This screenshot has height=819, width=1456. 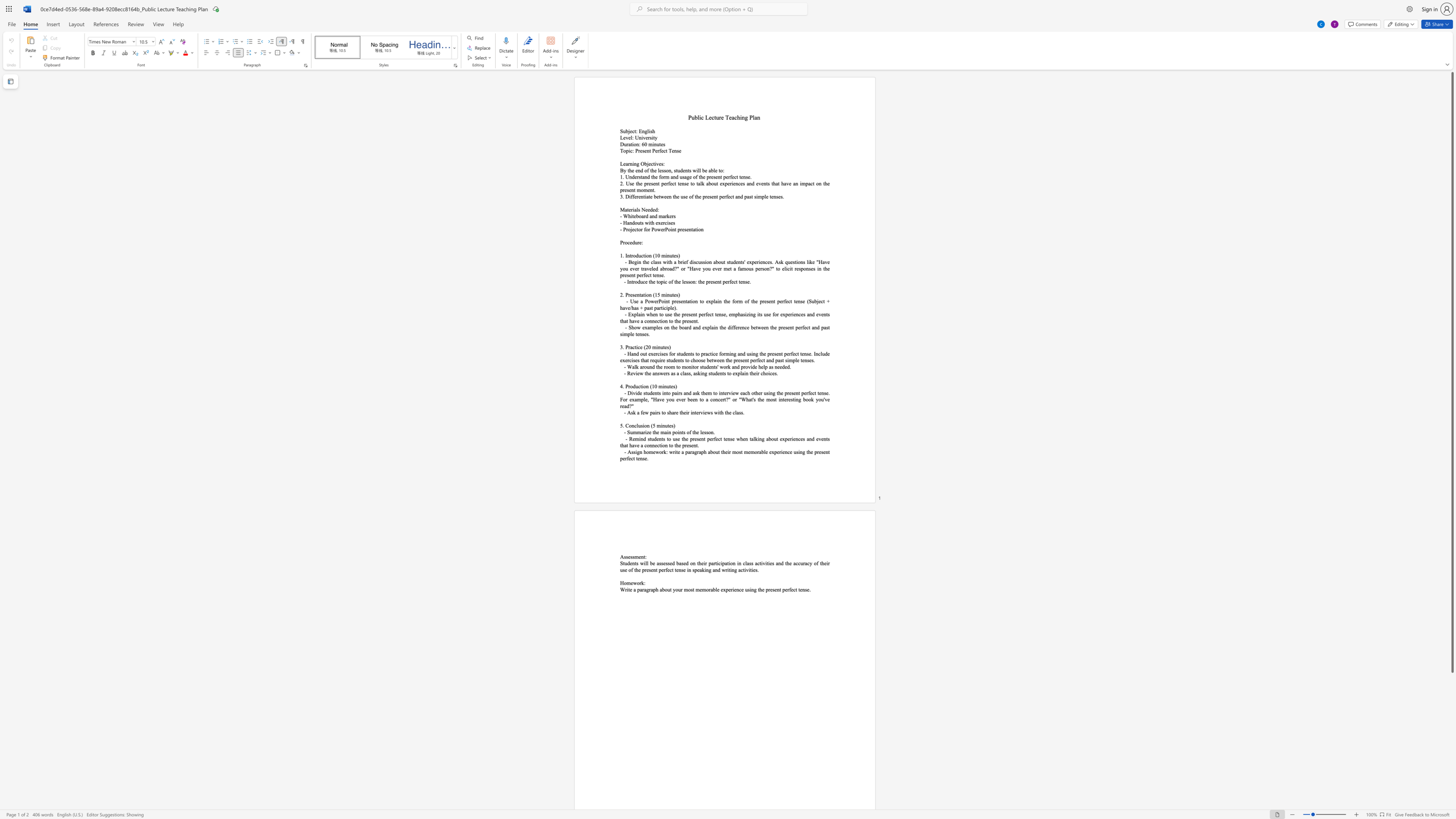 I want to click on the space between the continuous character "e" and "s" in the text, so click(x=673, y=385).